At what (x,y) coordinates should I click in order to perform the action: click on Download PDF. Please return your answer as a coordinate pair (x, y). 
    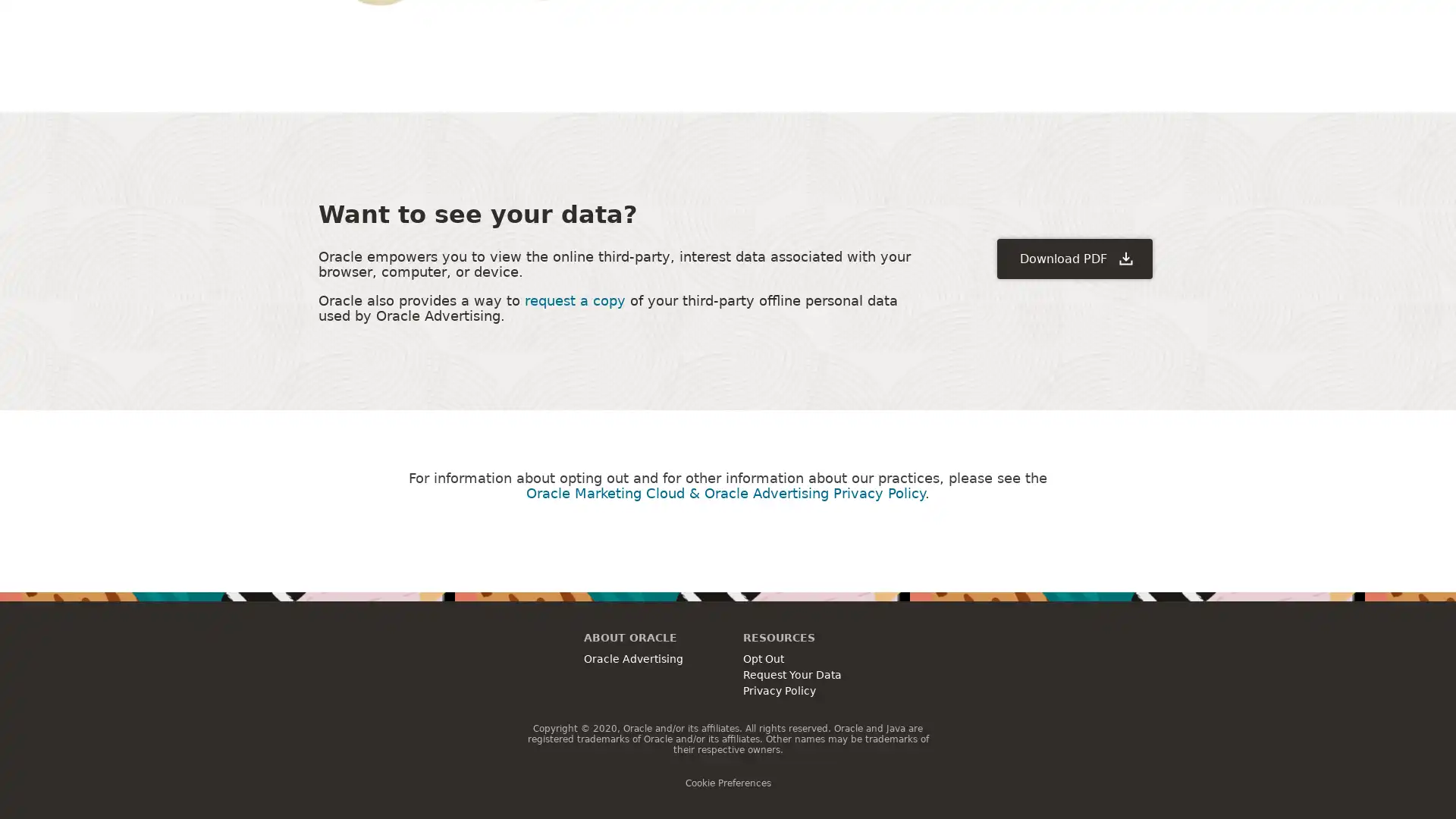
    Looking at the image, I should click on (1074, 257).